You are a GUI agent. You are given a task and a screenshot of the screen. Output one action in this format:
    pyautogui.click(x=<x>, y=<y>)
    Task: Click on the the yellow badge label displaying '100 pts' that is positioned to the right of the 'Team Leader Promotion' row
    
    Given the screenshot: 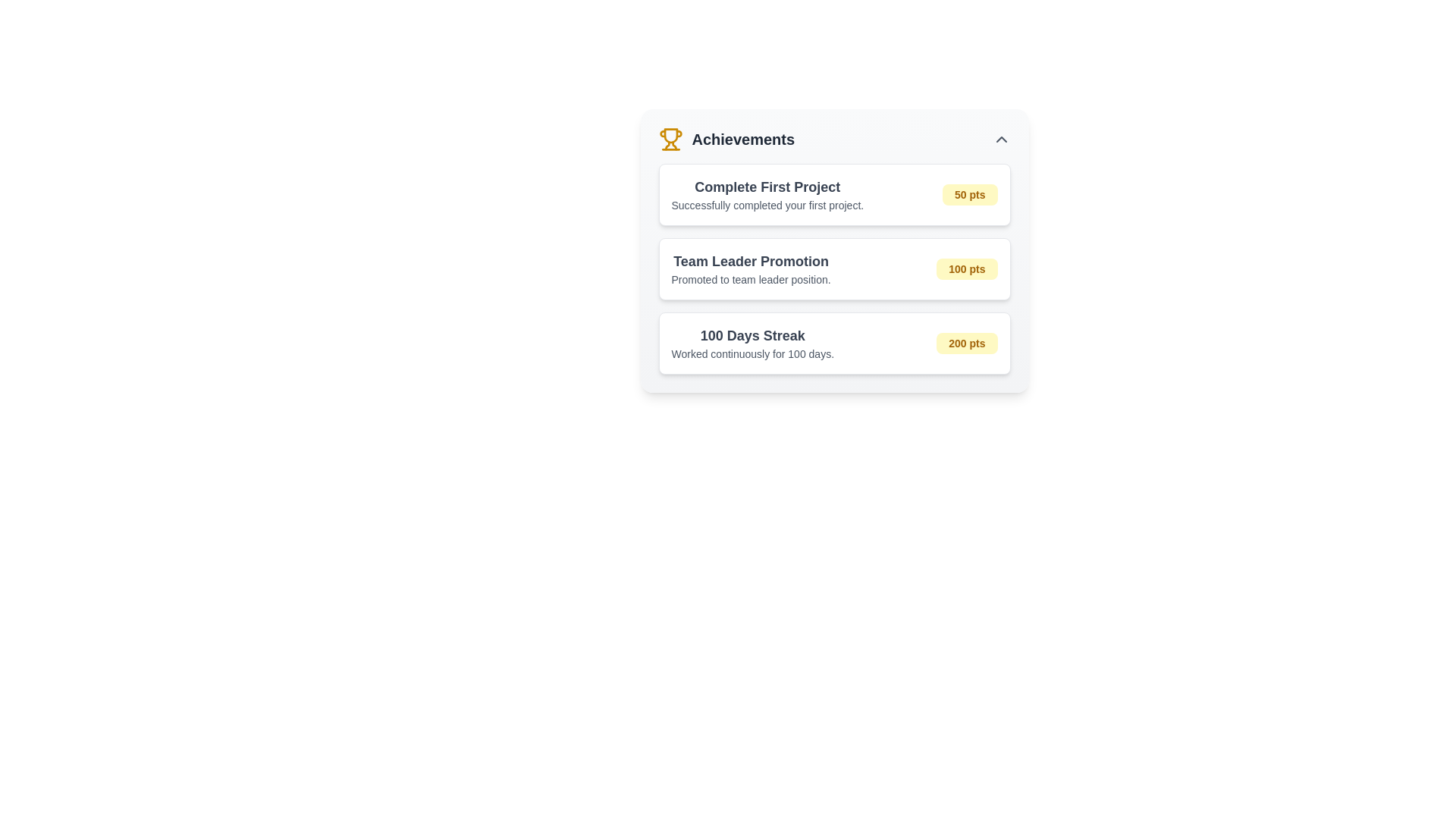 What is the action you would take?
    pyautogui.click(x=966, y=268)
    